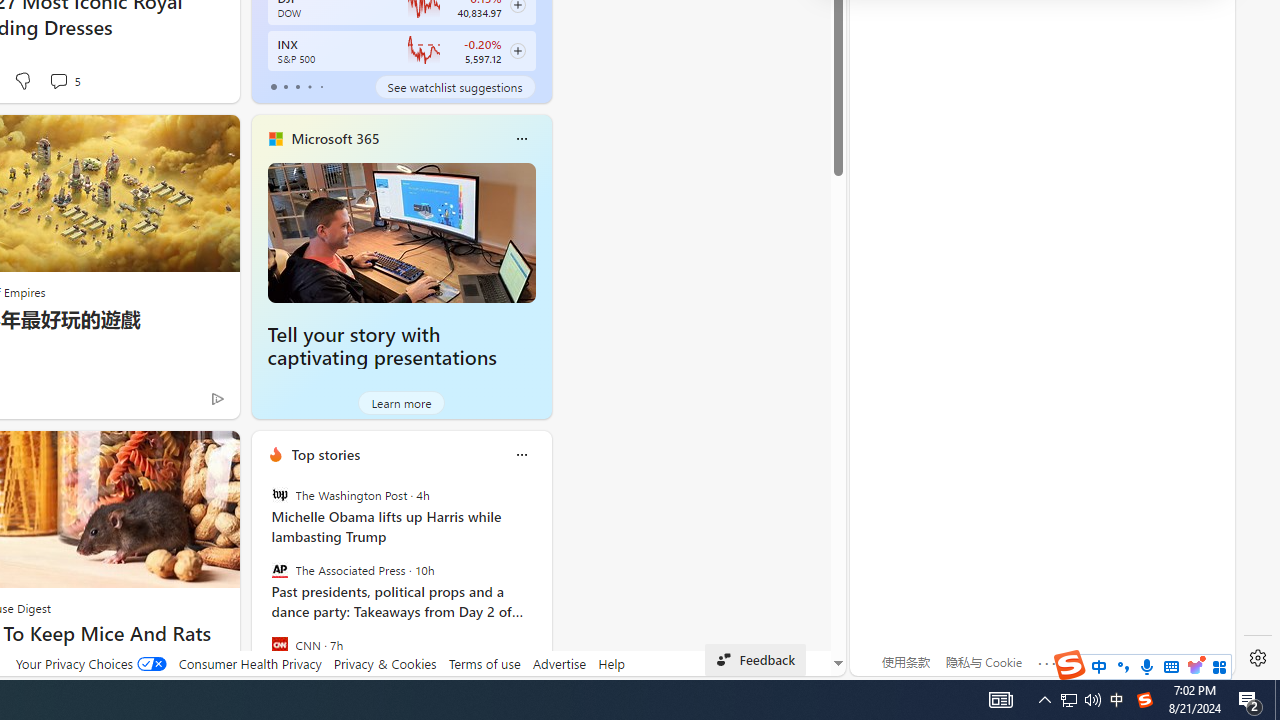 The width and height of the screenshot is (1280, 720). What do you see at coordinates (296, 86) in the screenshot?
I see `'tab-2'` at bounding box center [296, 86].